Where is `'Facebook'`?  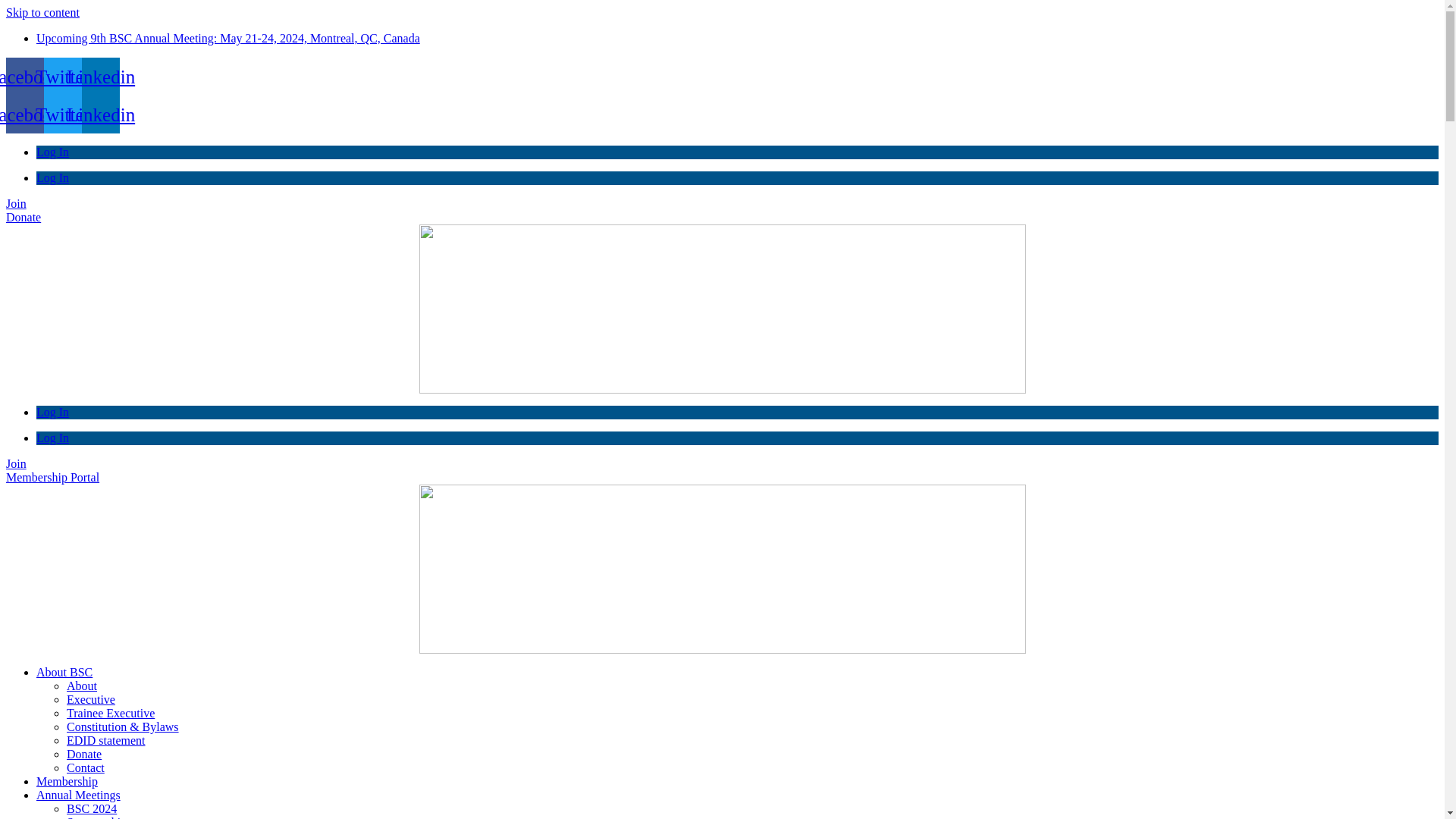
'Facebook' is located at coordinates (25, 113).